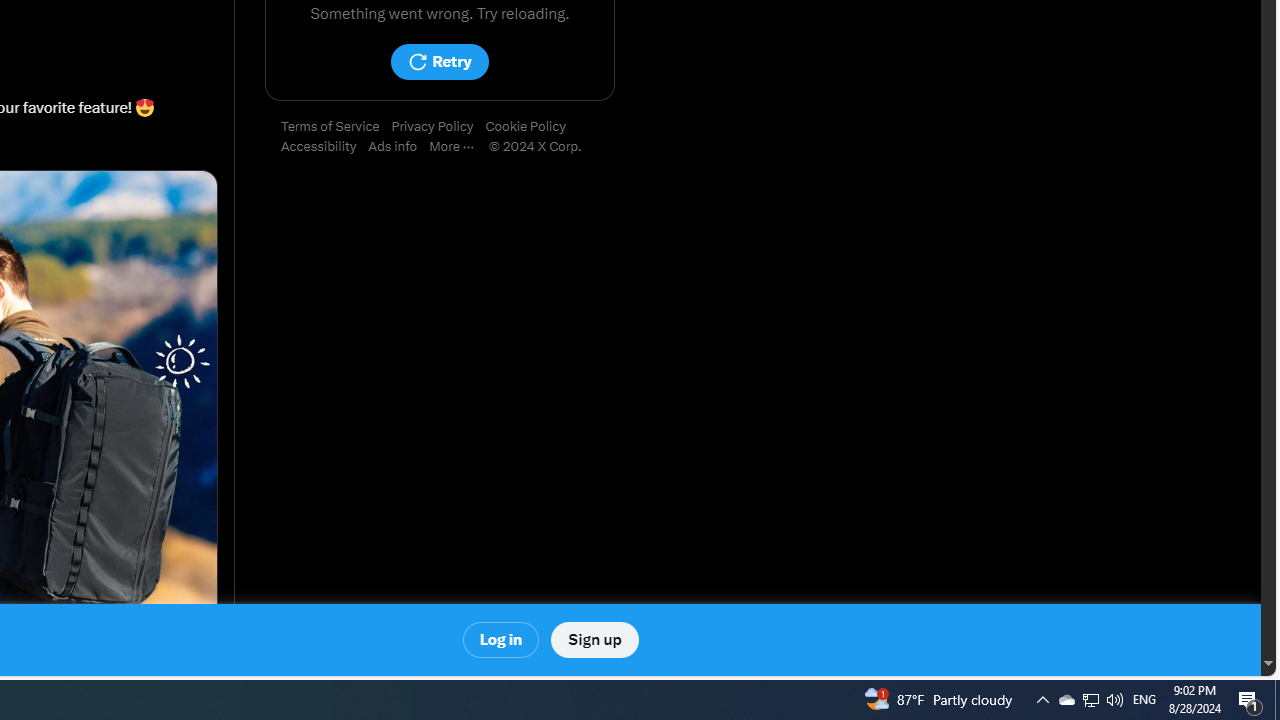 The image size is (1280, 720). What do you see at coordinates (399, 146) in the screenshot?
I see `'Ads info'` at bounding box center [399, 146].